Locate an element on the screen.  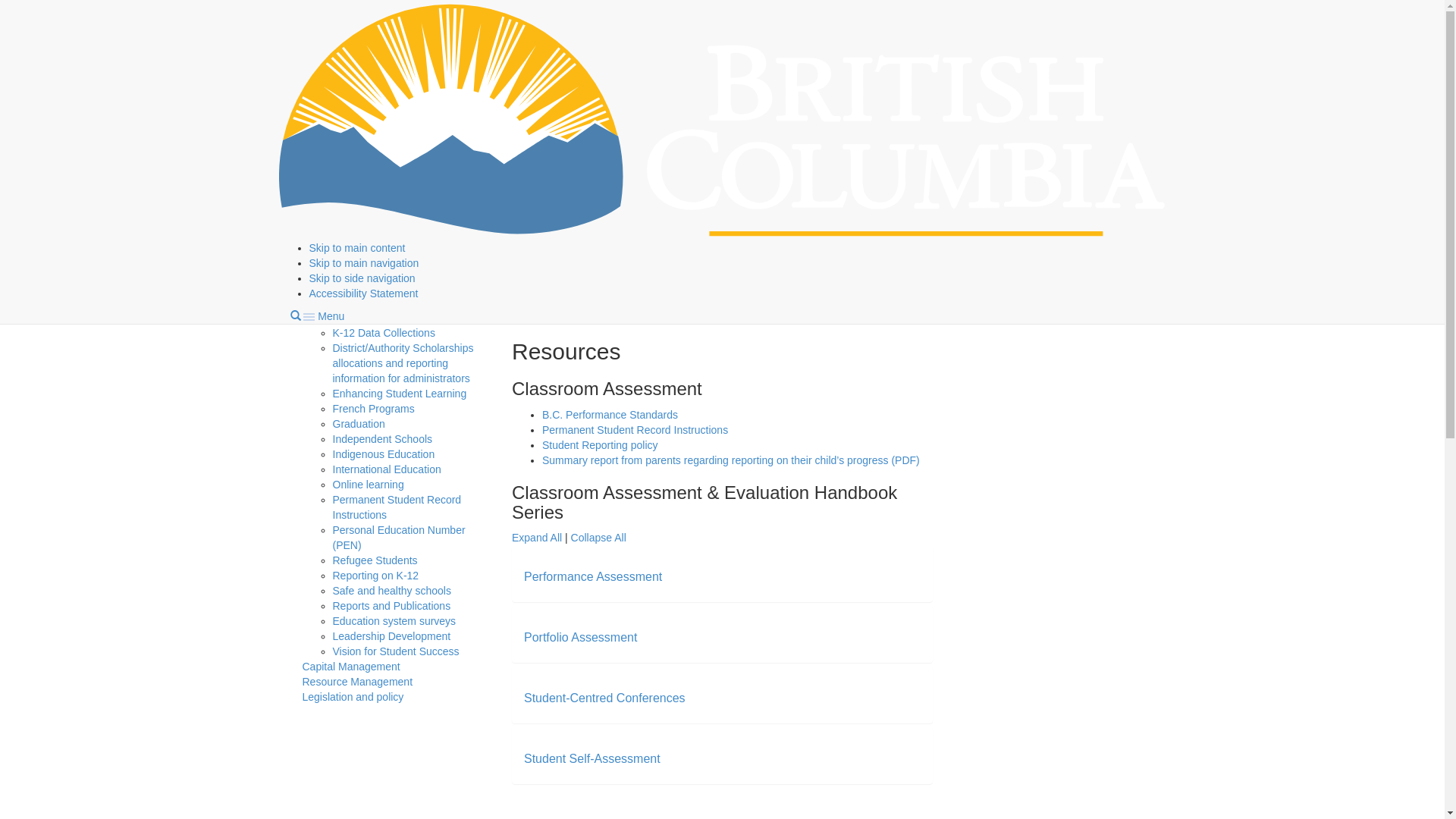
'Enhancing Student Learning' is located at coordinates (399, 393).